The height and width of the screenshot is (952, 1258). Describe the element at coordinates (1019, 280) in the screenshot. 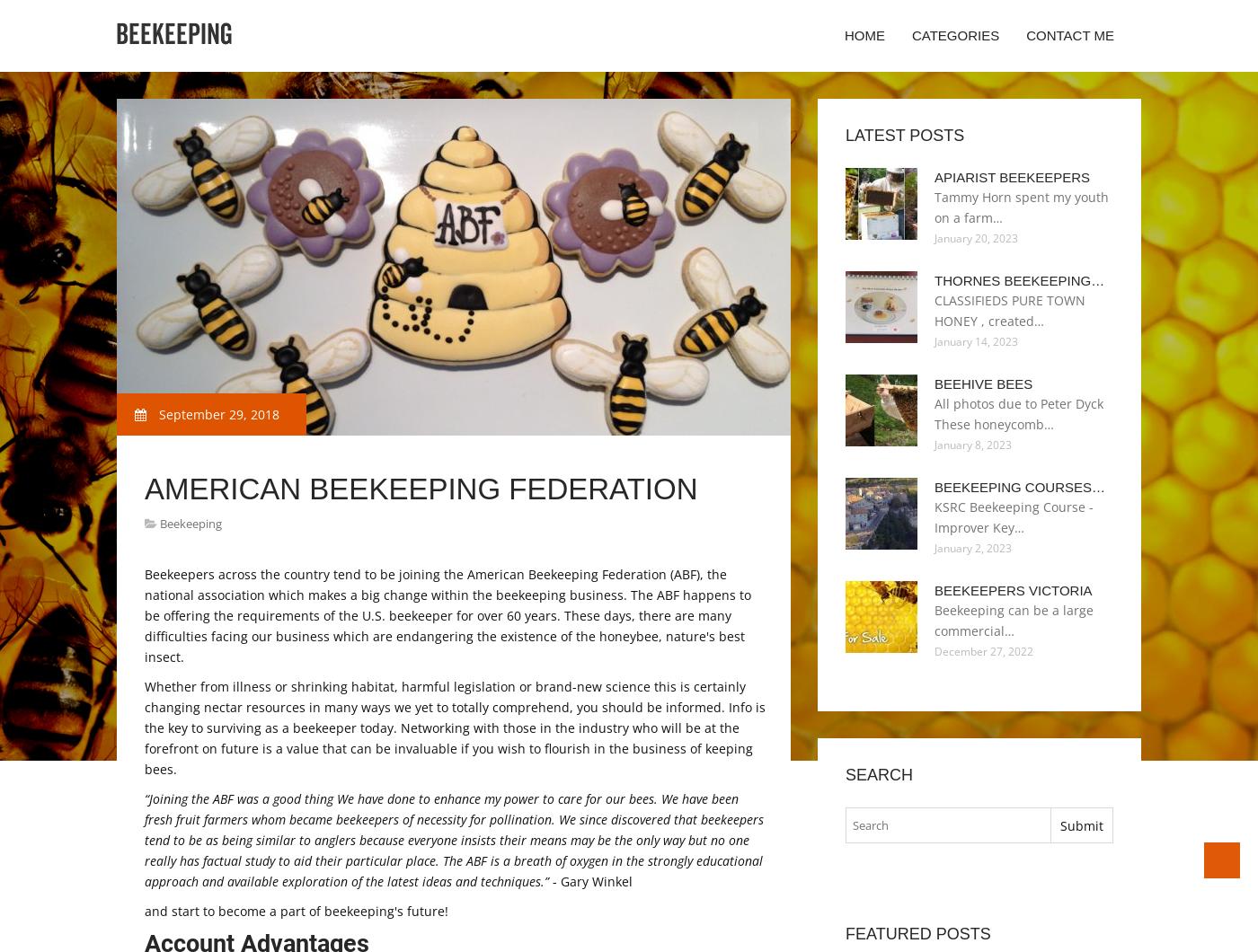

I see `'Thornes Beekeeping…'` at that location.